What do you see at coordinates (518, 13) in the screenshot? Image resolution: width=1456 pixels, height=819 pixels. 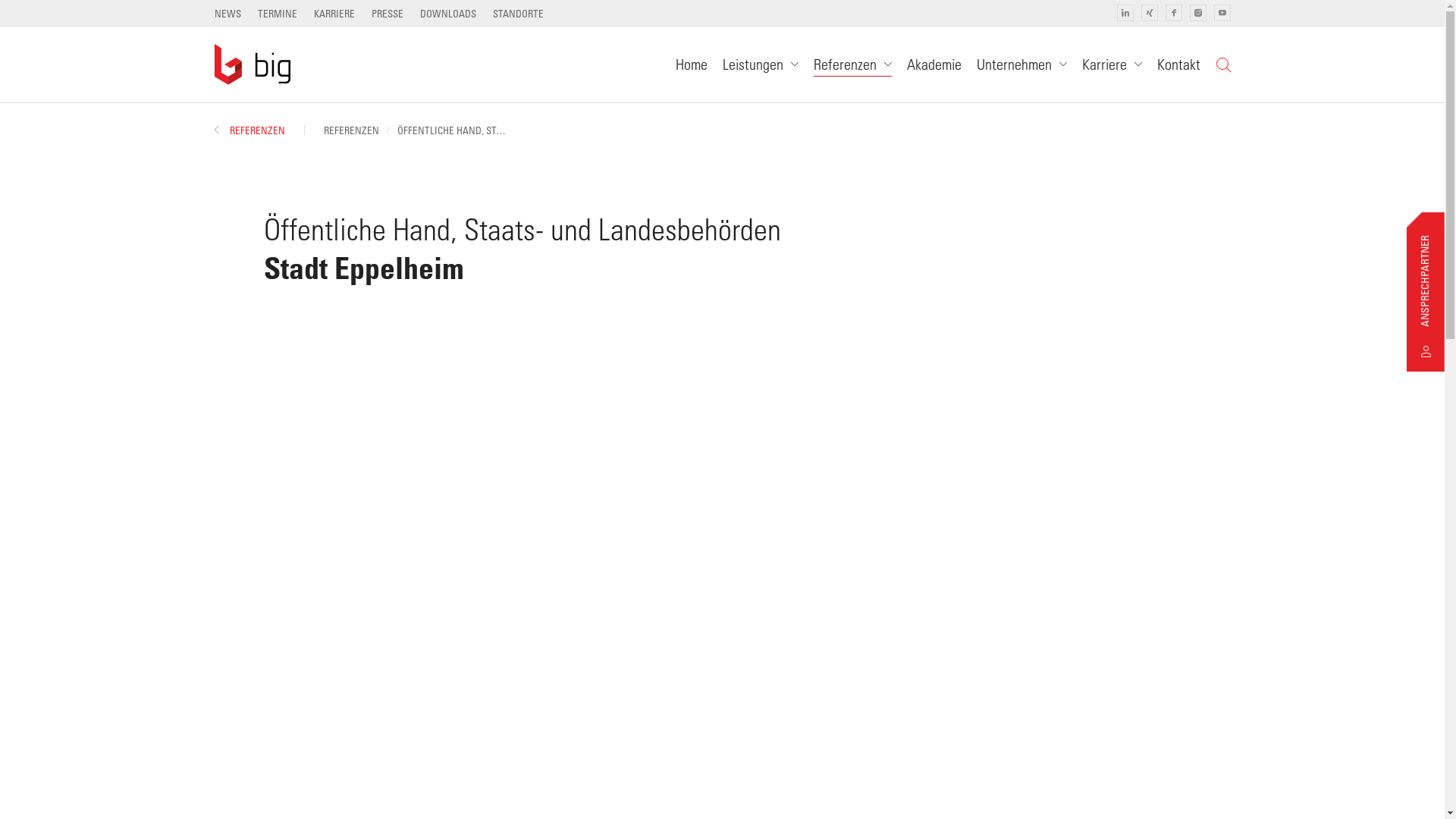 I see `'STANDORTE'` at bounding box center [518, 13].